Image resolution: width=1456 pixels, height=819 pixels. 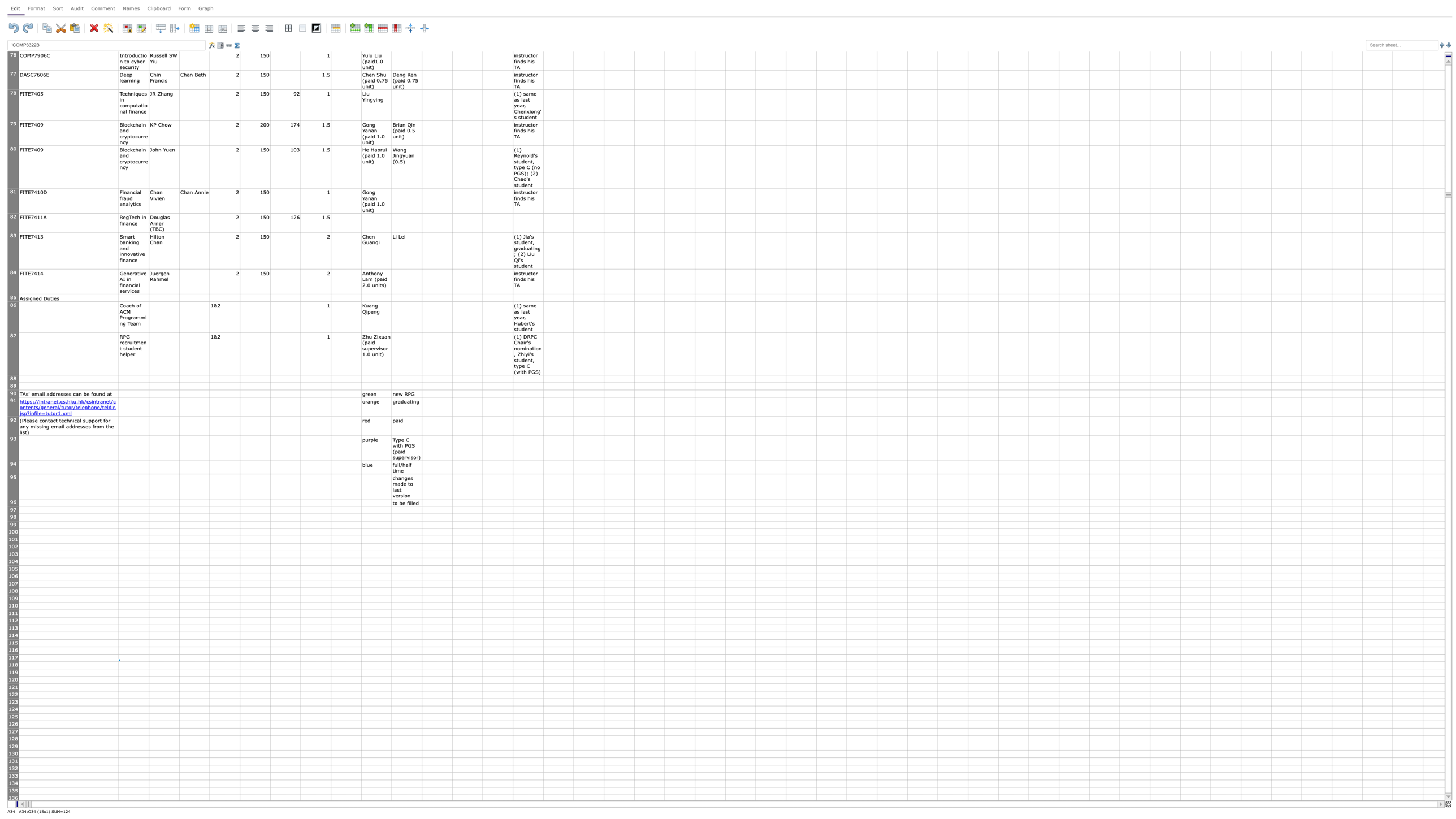 What do you see at coordinates (13, 665) in the screenshot?
I see `to activate row 118` at bounding box center [13, 665].